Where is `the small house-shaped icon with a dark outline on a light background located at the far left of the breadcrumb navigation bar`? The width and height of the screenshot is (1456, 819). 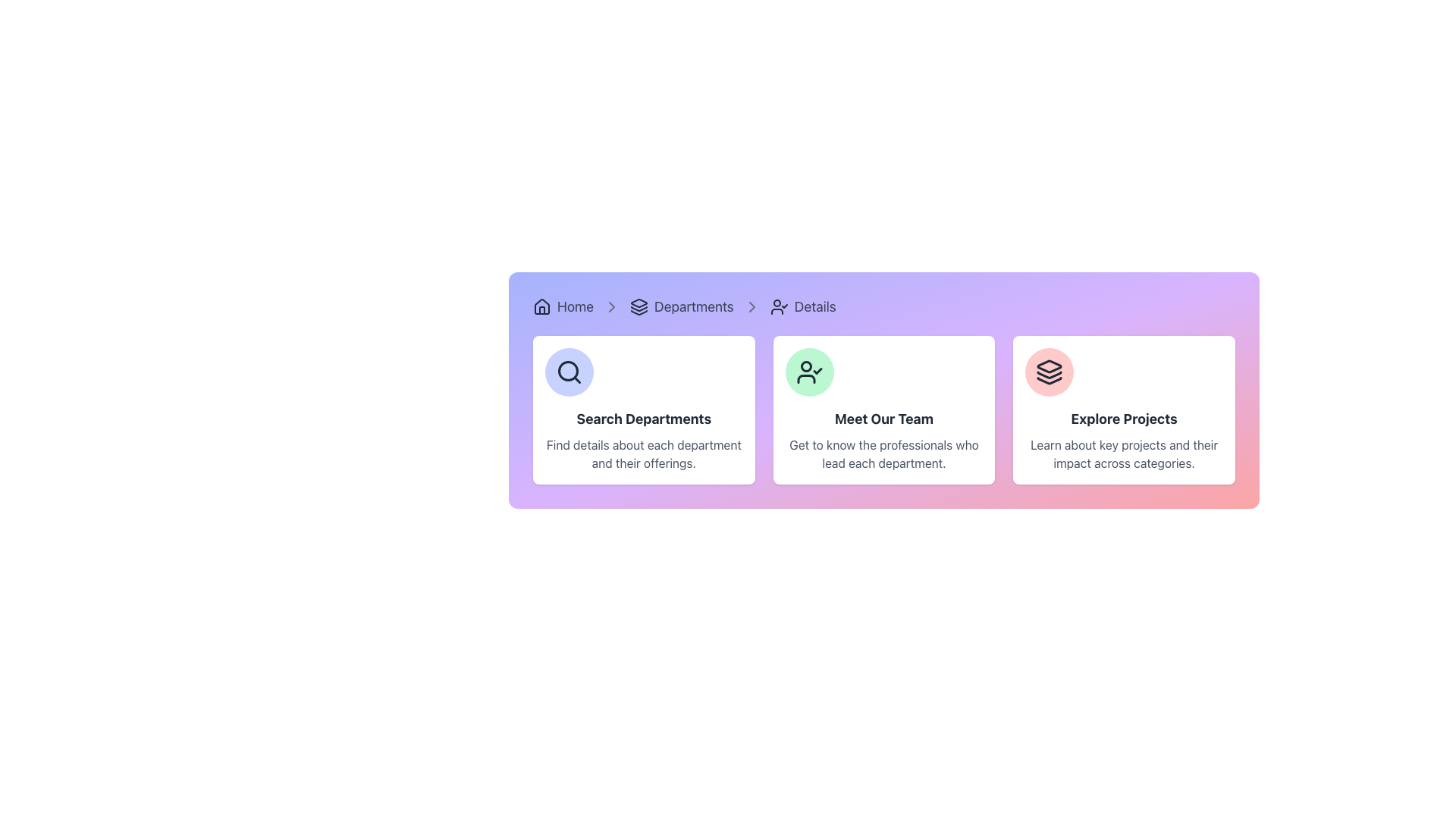
the small house-shaped icon with a dark outline on a light background located at the far left of the breadcrumb navigation bar is located at coordinates (542, 307).